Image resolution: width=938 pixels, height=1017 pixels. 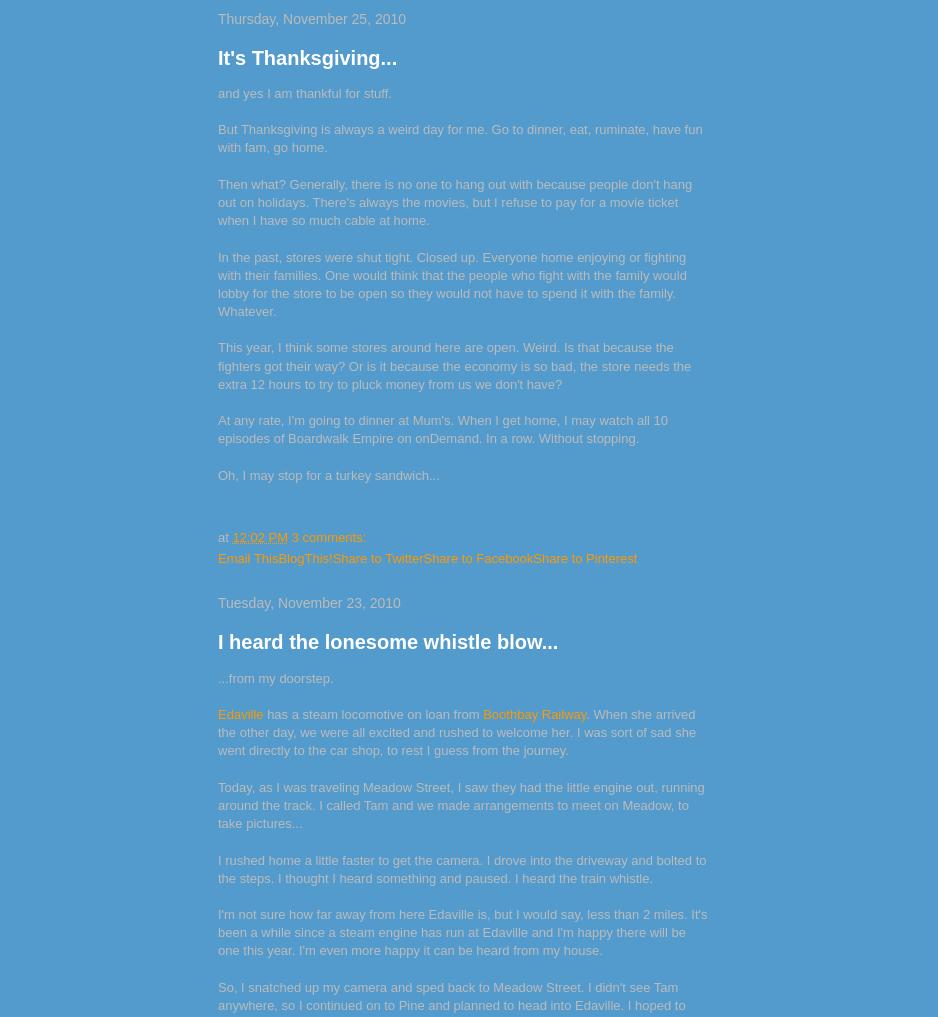 What do you see at coordinates (442, 429) in the screenshot?
I see `'At any rate, I'm going to dinner at Mum's. When I get home, I may watch all 10 episodes of Boardwalk Empire on onDemand. In a row. Without stopping.'` at bounding box center [442, 429].